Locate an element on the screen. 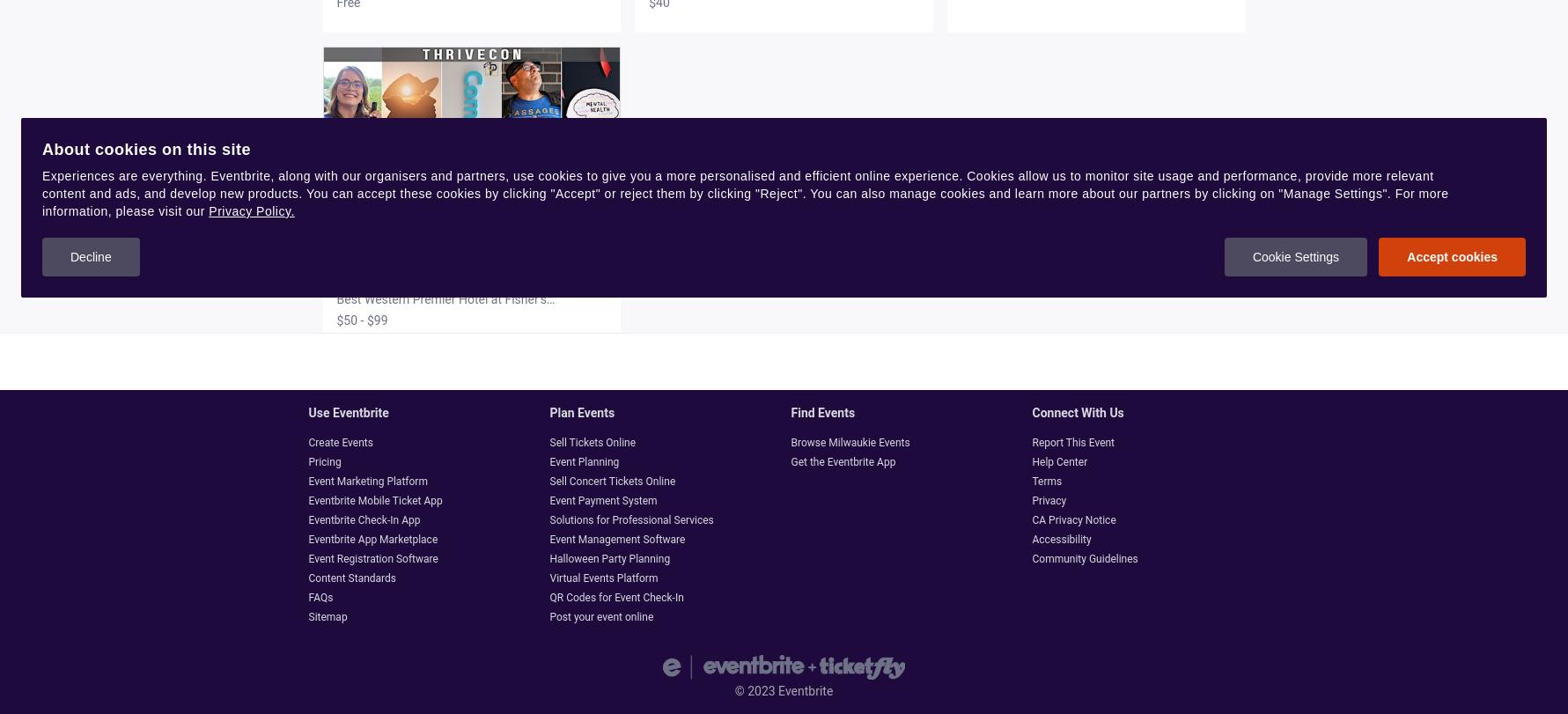 The width and height of the screenshot is (1568, 714). 'Eventbrite Check-In App' is located at coordinates (363, 519).